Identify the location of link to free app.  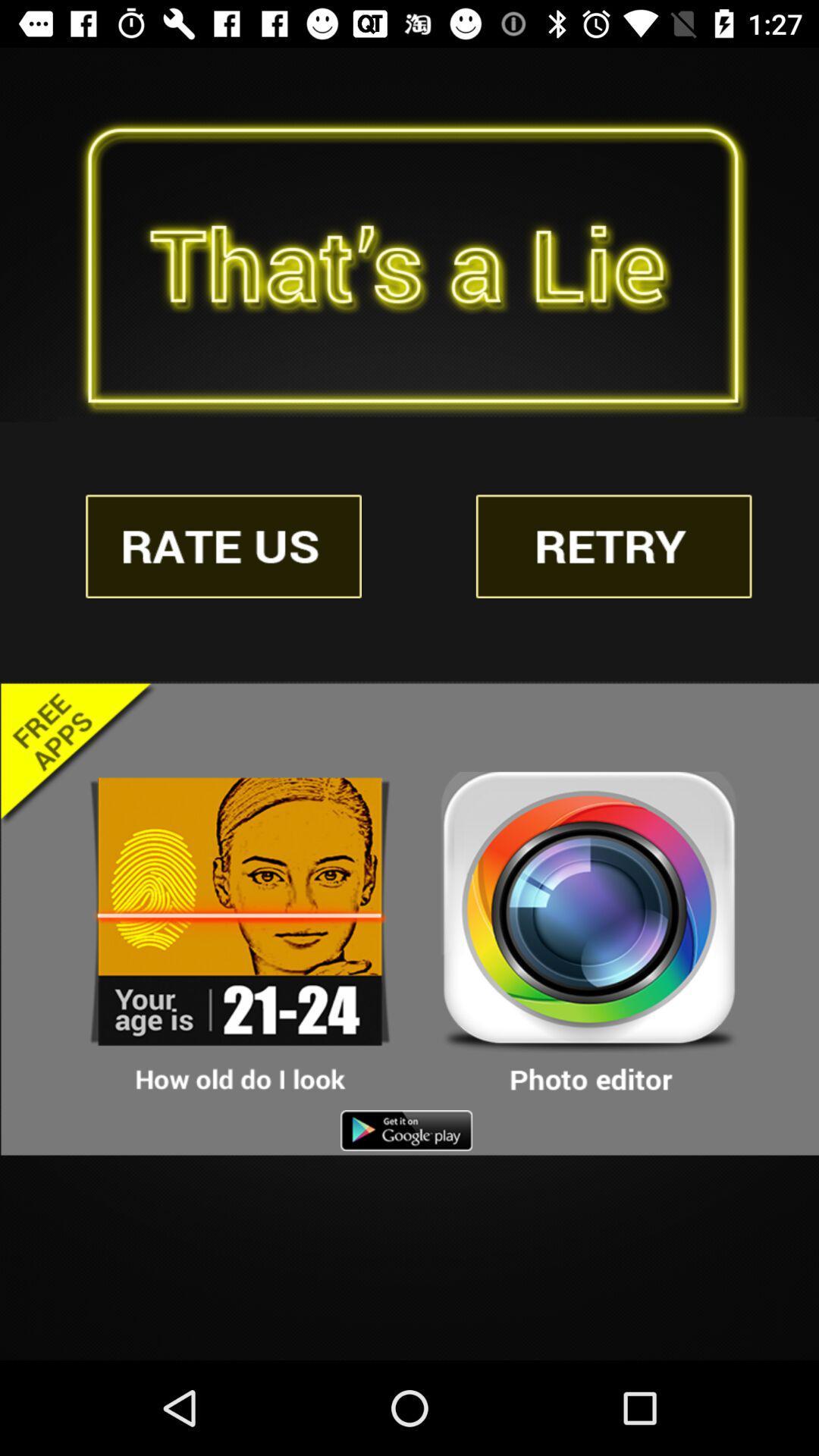
(240, 933).